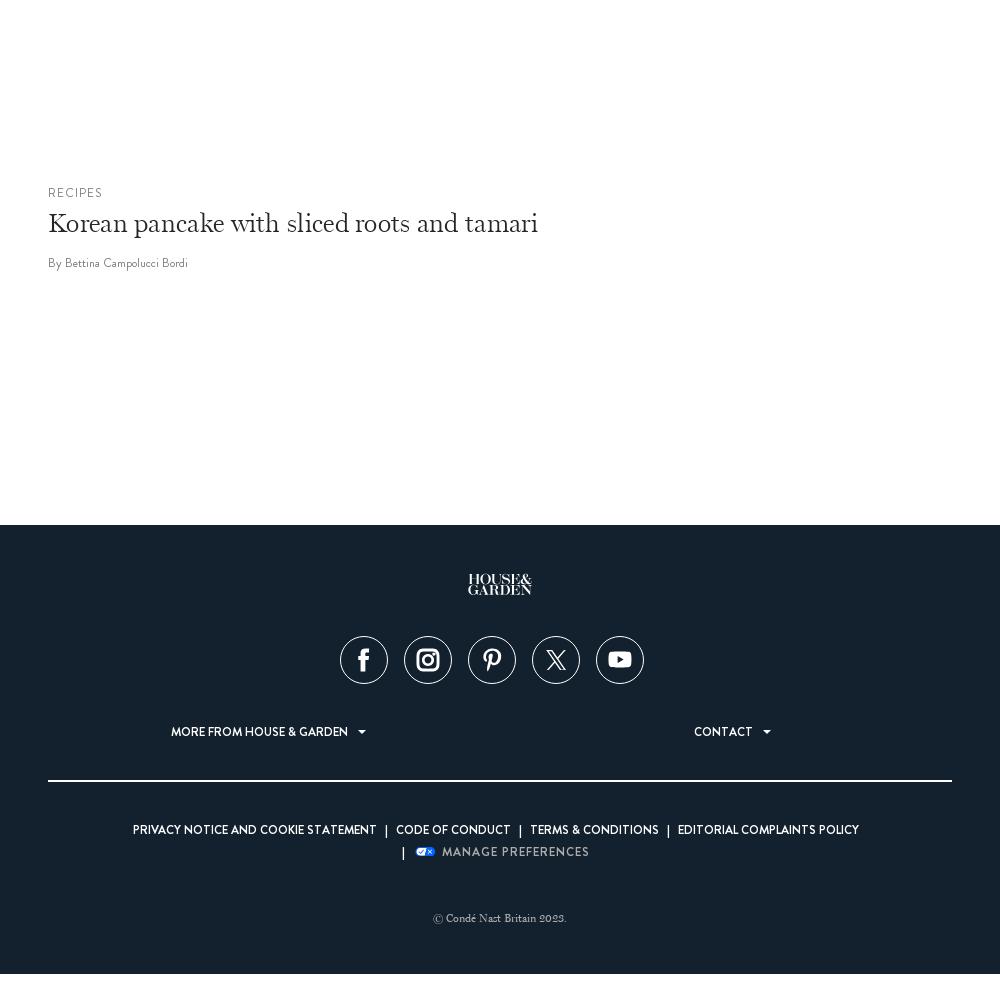 This screenshot has width=1000, height=983. What do you see at coordinates (721, 731) in the screenshot?
I see `'Contact'` at bounding box center [721, 731].